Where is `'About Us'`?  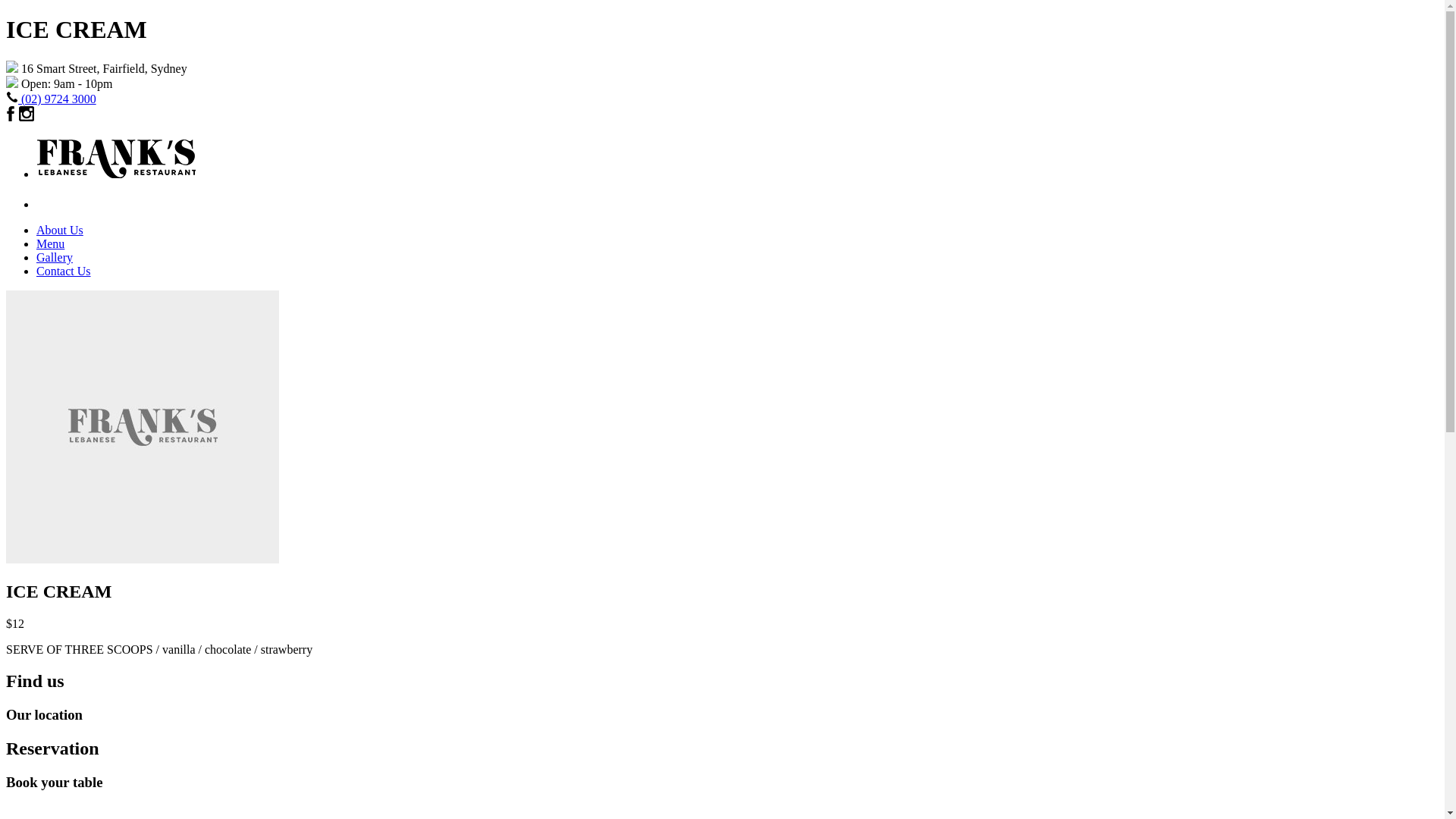
'About Us' is located at coordinates (36, 230).